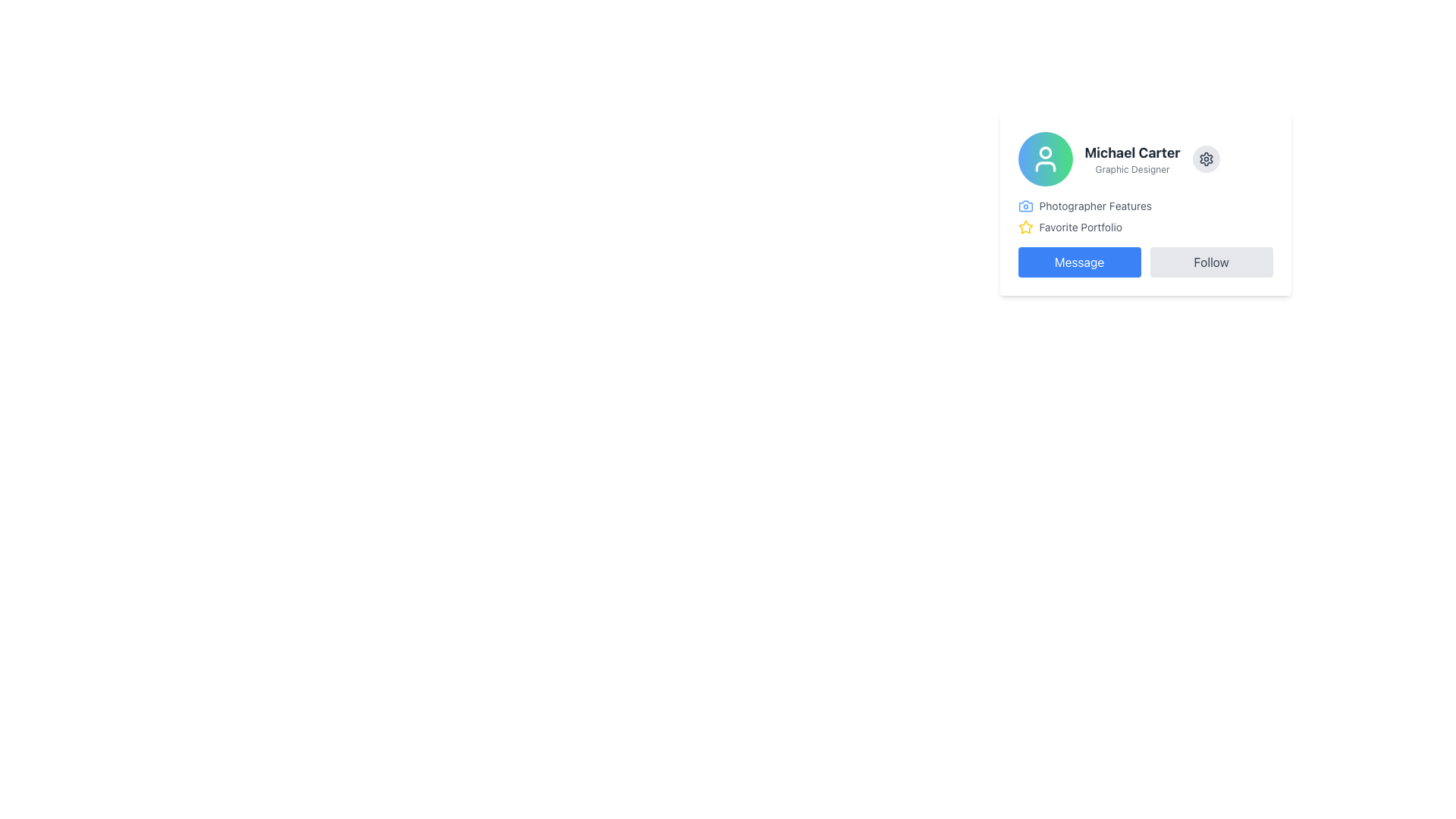 This screenshot has height=819, width=1456. Describe the element at coordinates (1132, 158) in the screenshot. I see `the text block titled 'Michael Carter' which describes the individual as a 'Graphic Designer' for more details` at that location.